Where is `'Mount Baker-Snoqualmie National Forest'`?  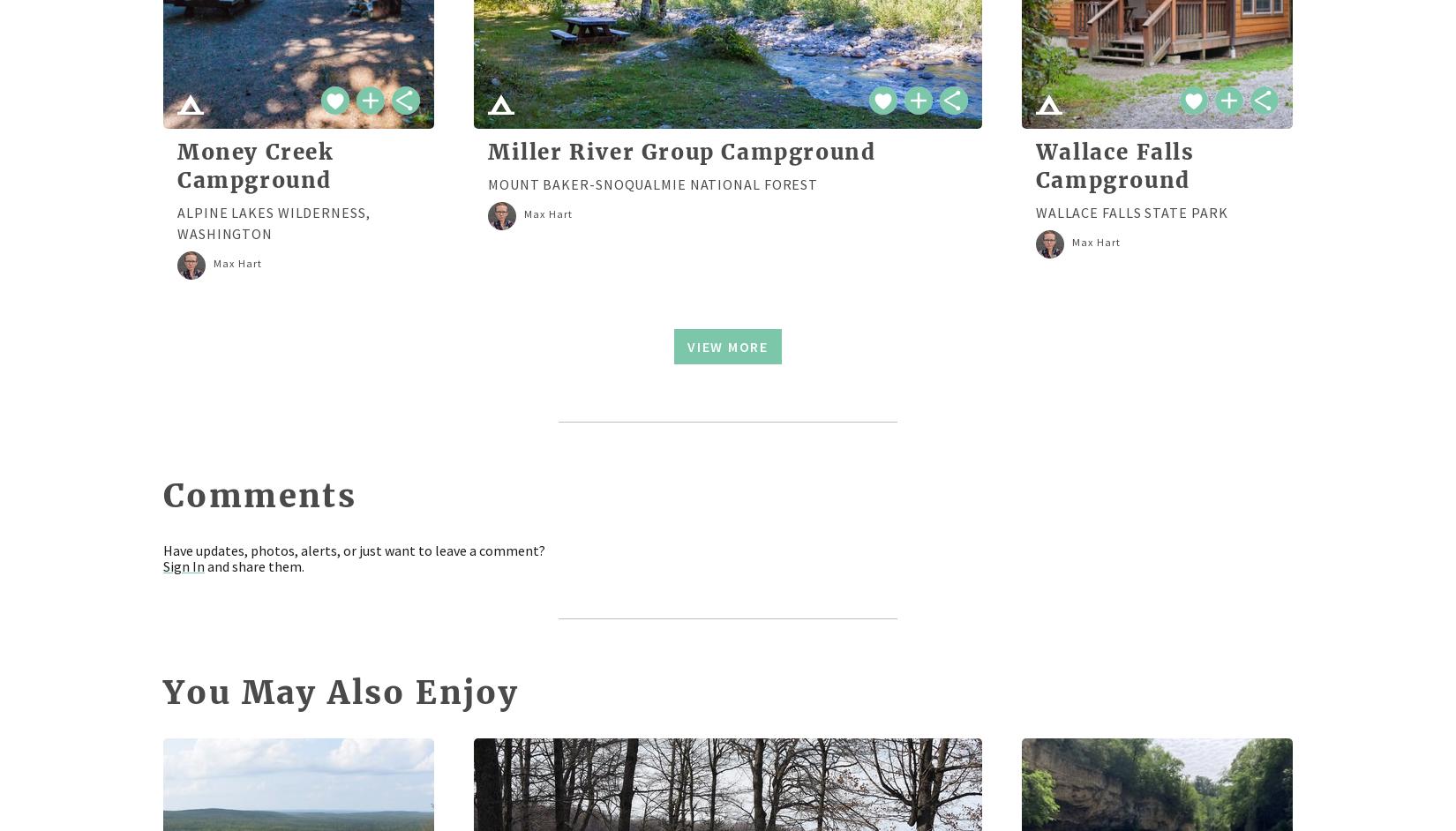 'Mount Baker-Snoqualmie National Forest' is located at coordinates (652, 183).